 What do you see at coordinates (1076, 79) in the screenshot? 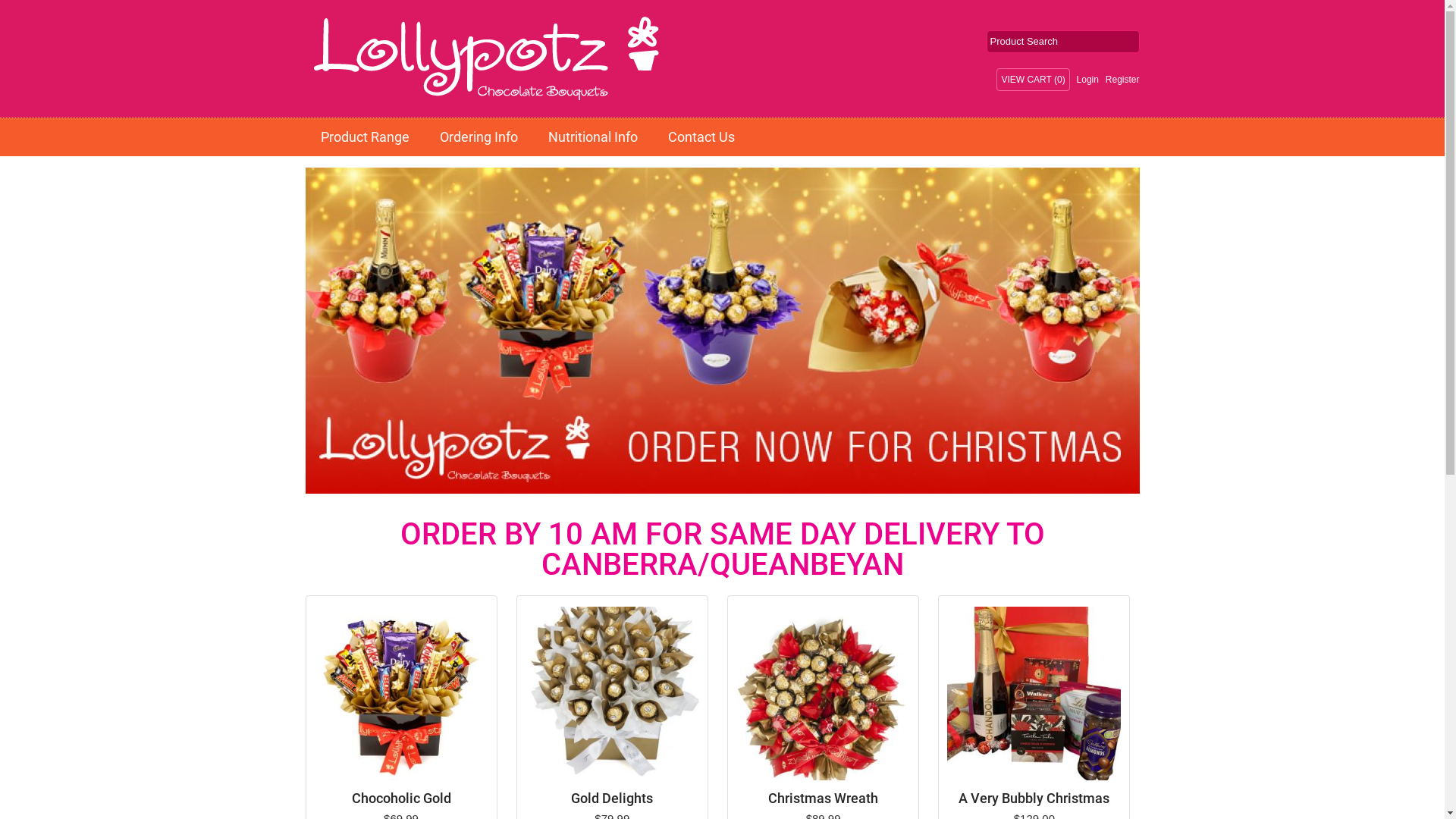
I see `'Login'` at bounding box center [1076, 79].